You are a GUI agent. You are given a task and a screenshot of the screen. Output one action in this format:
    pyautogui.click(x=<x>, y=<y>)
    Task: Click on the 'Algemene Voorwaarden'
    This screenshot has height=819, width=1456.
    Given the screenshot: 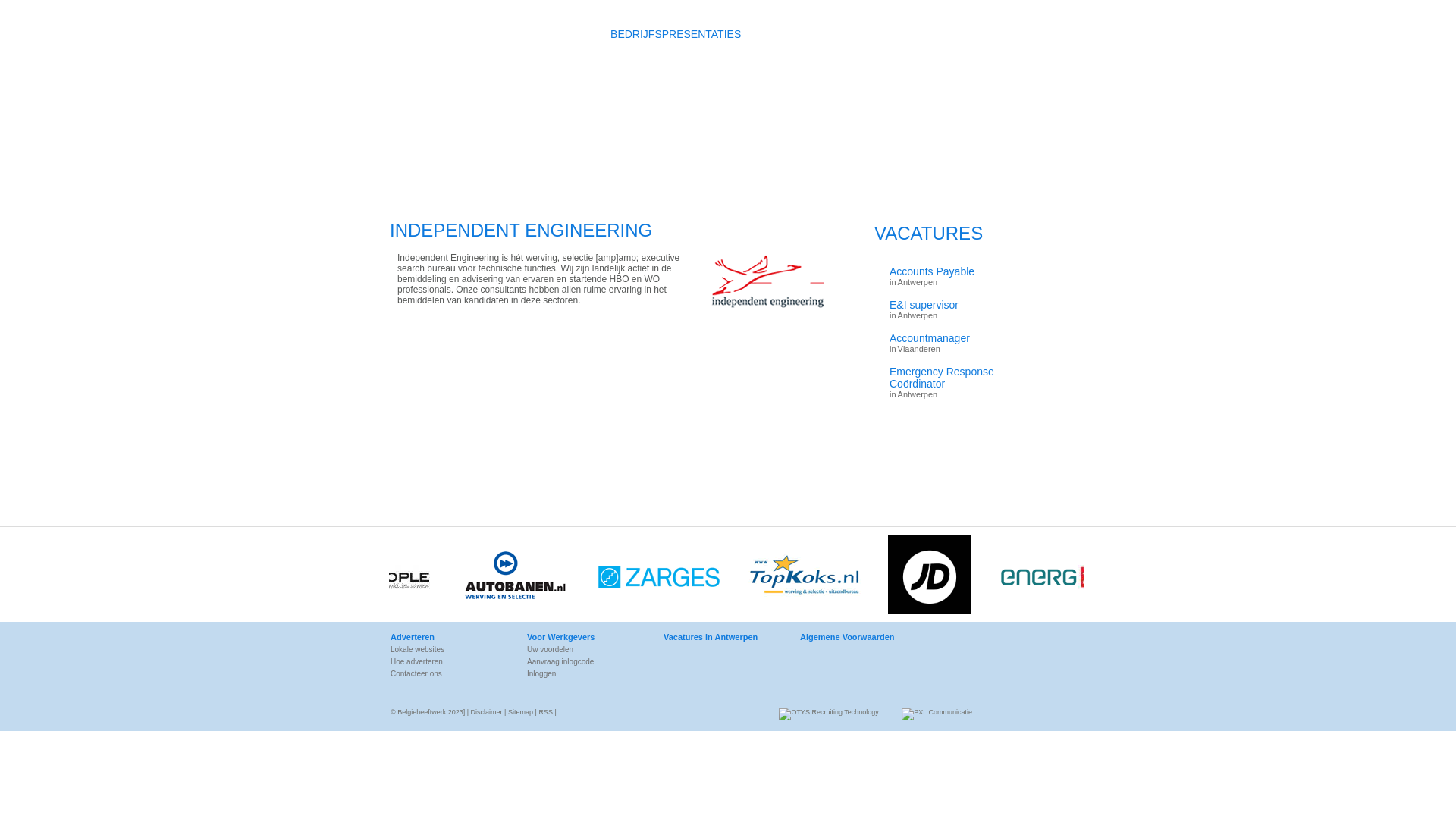 What is the action you would take?
    pyautogui.click(x=858, y=637)
    